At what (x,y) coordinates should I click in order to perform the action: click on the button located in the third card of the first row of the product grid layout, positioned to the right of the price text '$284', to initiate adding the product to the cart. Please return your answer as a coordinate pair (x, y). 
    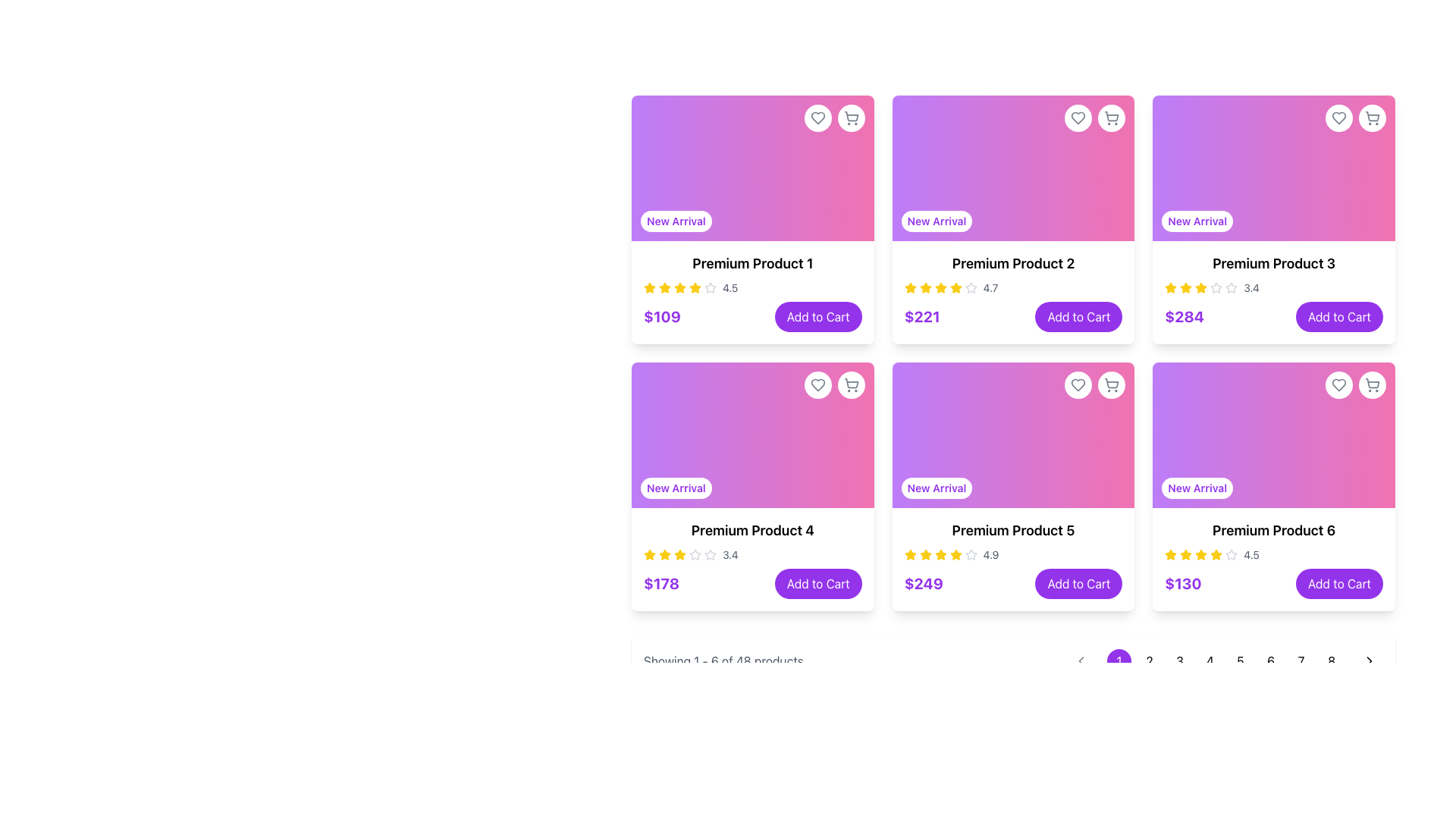
    Looking at the image, I should click on (1339, 315).